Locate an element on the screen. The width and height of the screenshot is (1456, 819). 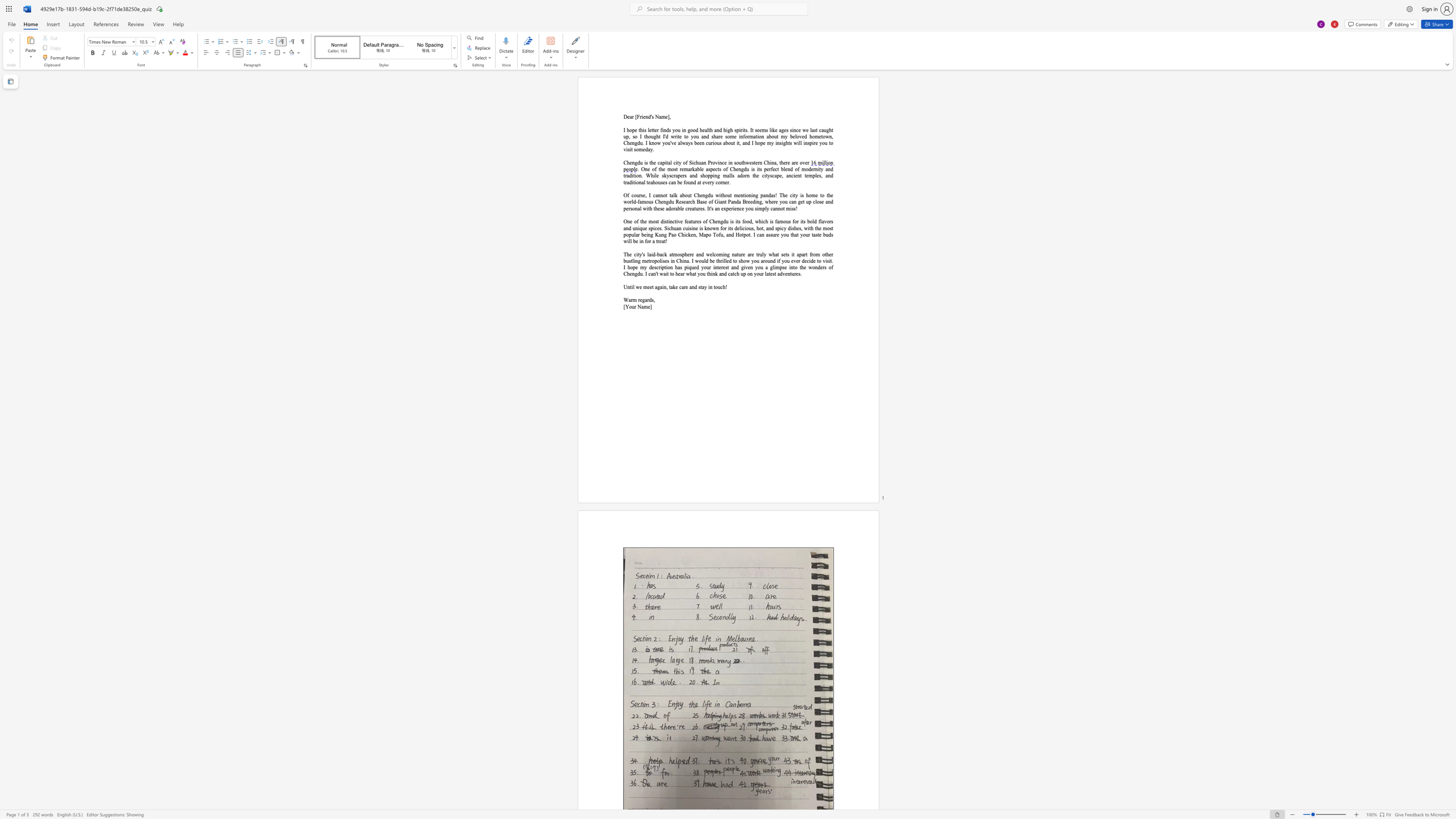
the space between the continuous character "i" and "e" in the text is located at coordinates (643, 116).